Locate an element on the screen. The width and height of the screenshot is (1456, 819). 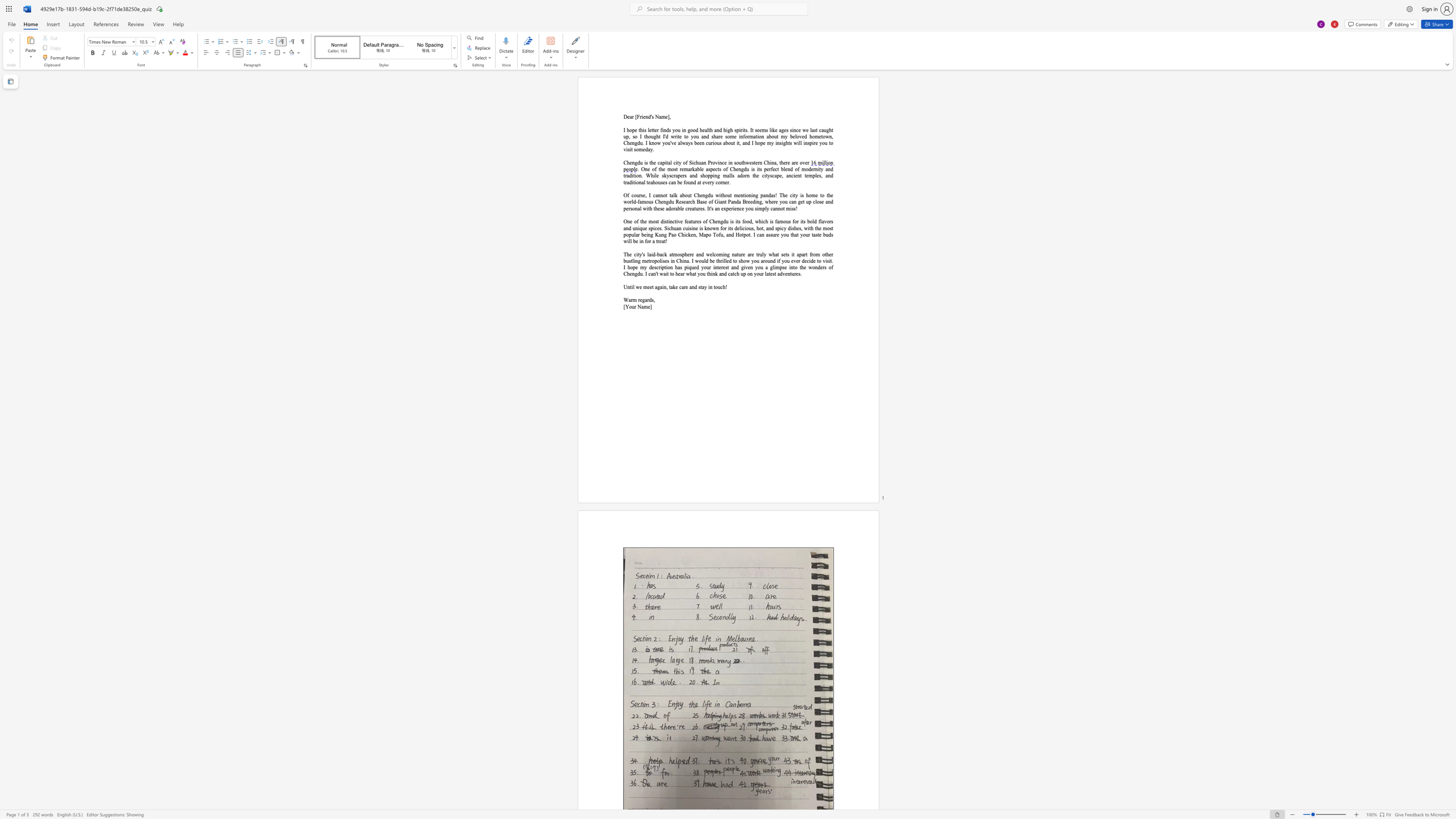
the space between the continuous character "i" and "e" in the text is located at coordinates (643, 116).